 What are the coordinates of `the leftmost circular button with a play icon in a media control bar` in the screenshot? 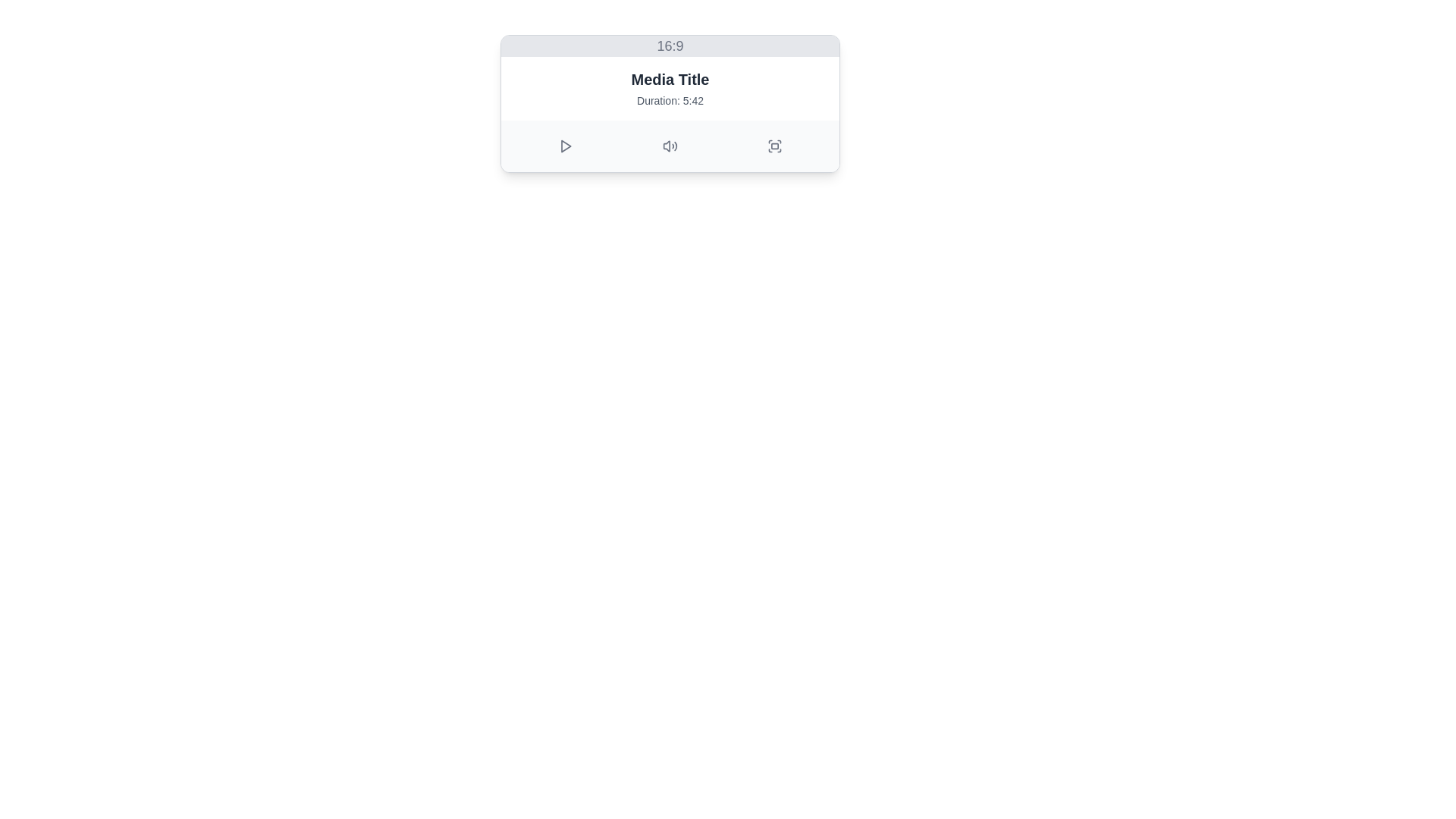 It's located at (564, 146).